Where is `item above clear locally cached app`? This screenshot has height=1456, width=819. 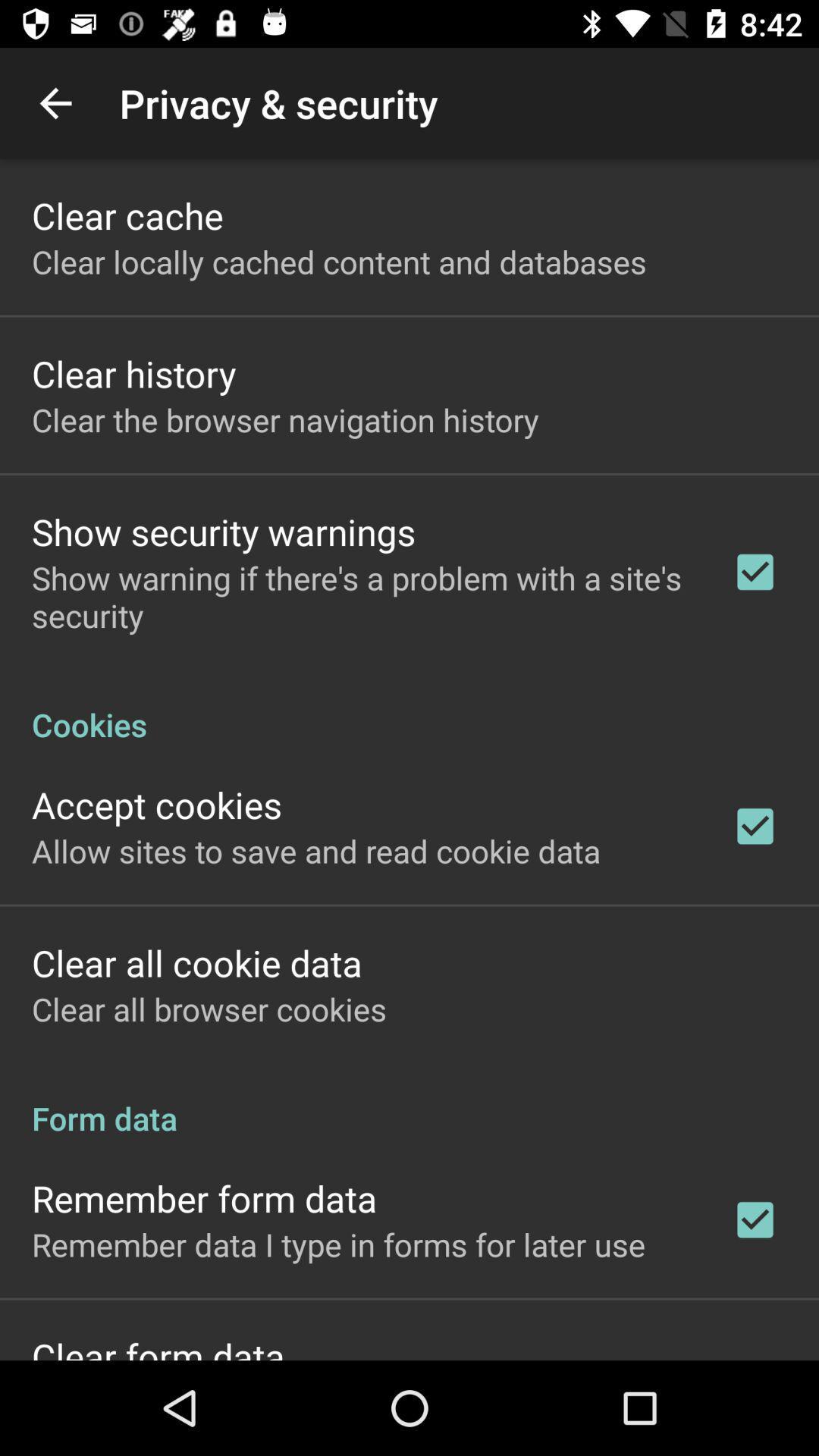 item above clear locally cached app is located at coordinates (127, 215).